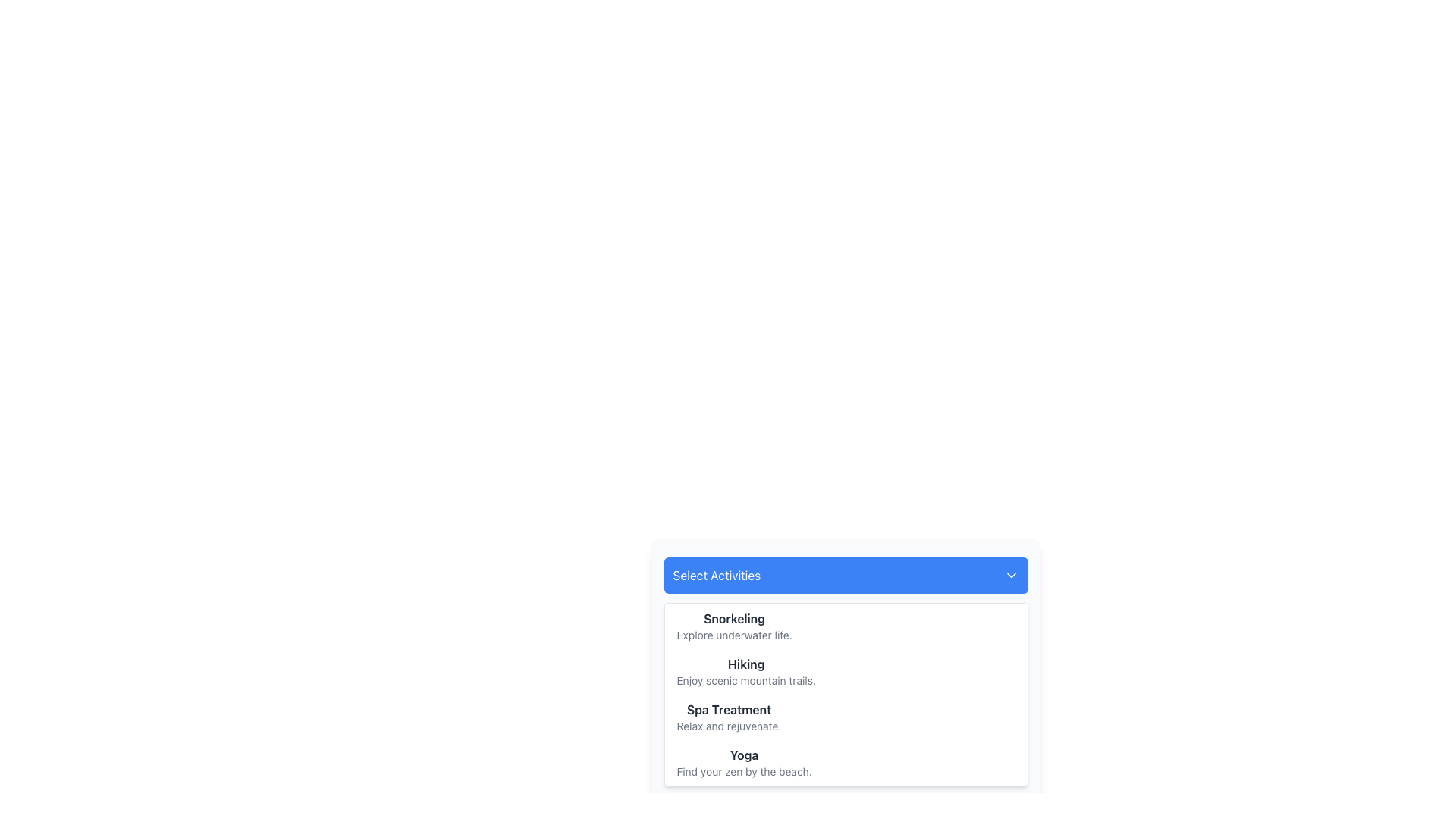 Image resolution: width=1456 pixels, height=819 pixels. What do you see at coordinates (746, 671) in the screenshot?
I see `the 'Hiking' option in the dropdown menu 'Select Activities'` at bounding box center [746, 671].